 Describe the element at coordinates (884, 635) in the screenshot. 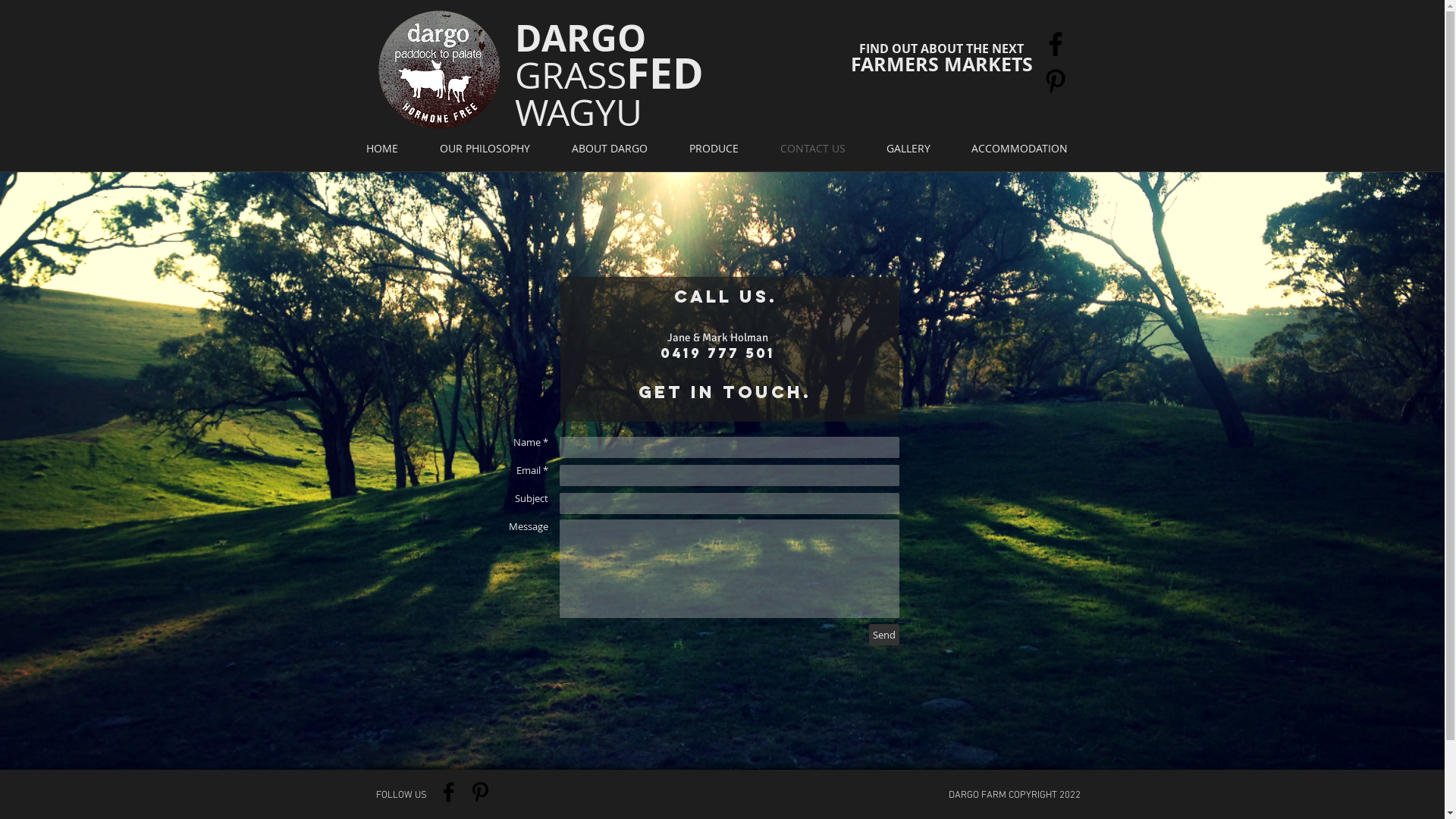

I see `'Send'` at that location.